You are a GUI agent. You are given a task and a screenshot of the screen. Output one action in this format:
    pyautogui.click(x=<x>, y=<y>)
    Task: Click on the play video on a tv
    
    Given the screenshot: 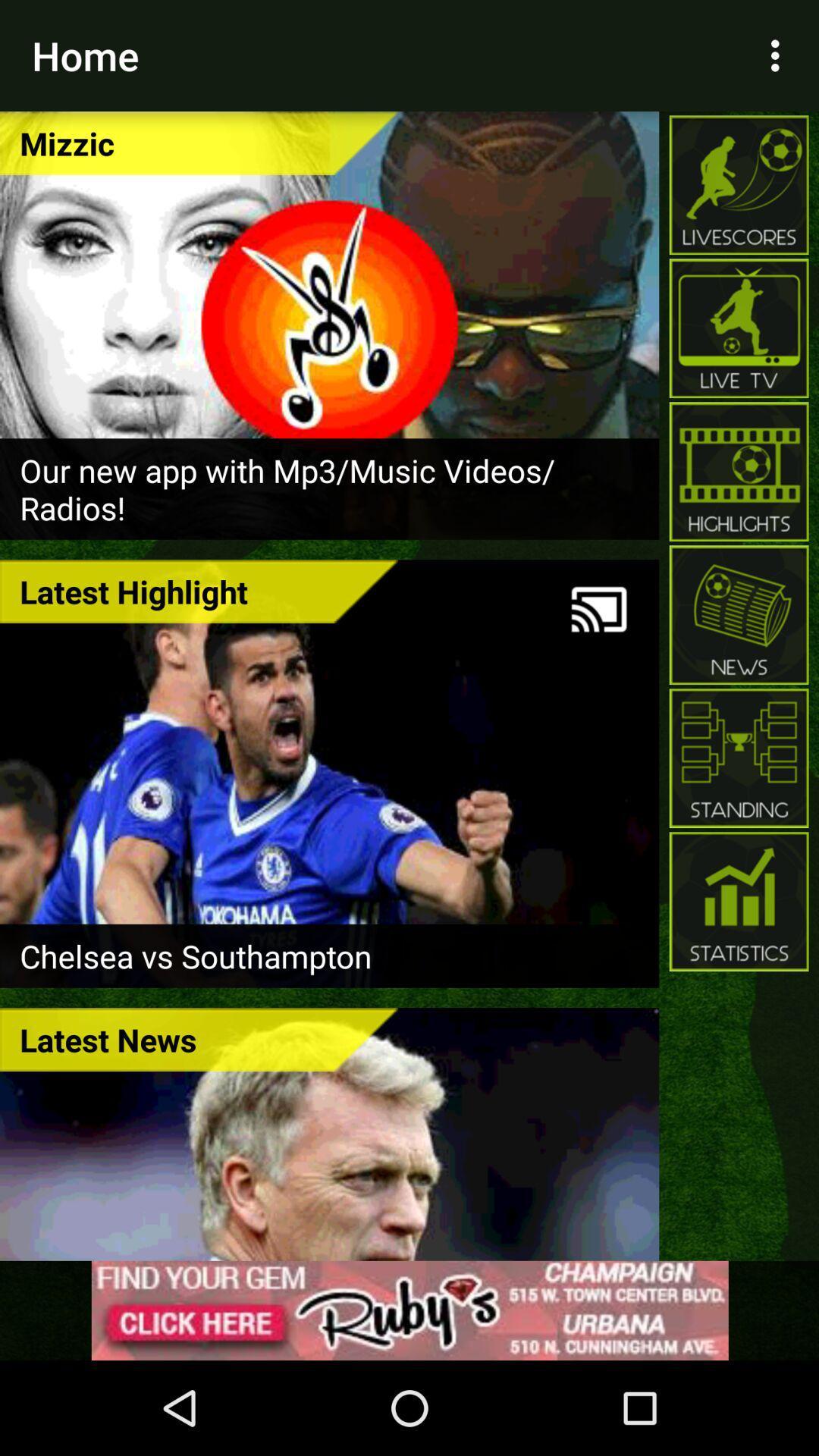 What is the action you would take?
    pyautogui.click(x=598, y=609)
    